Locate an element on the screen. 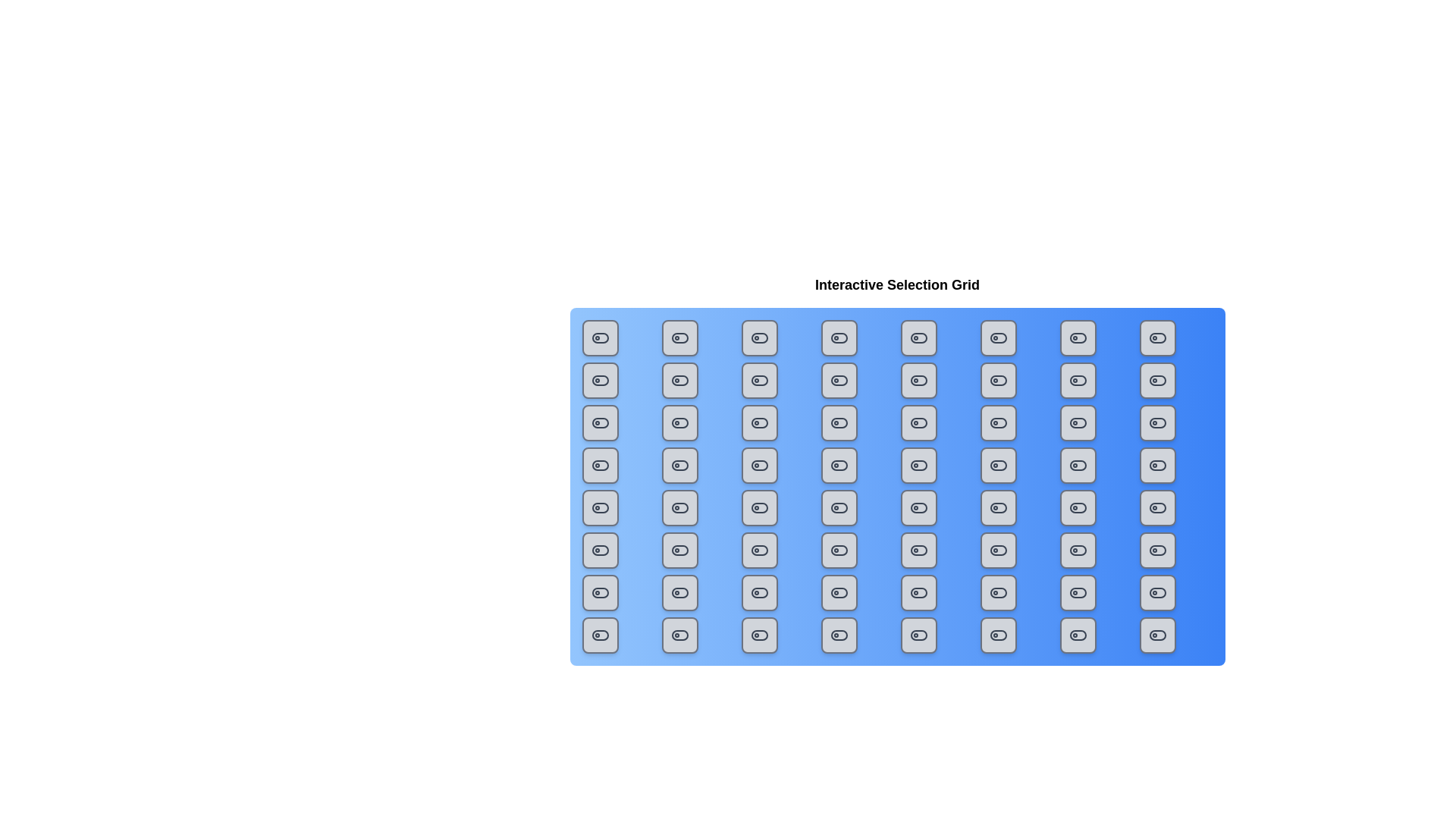  the header text 'Interactive Selection Grid' to highlight or copy it is located at coordinates (897, 284).